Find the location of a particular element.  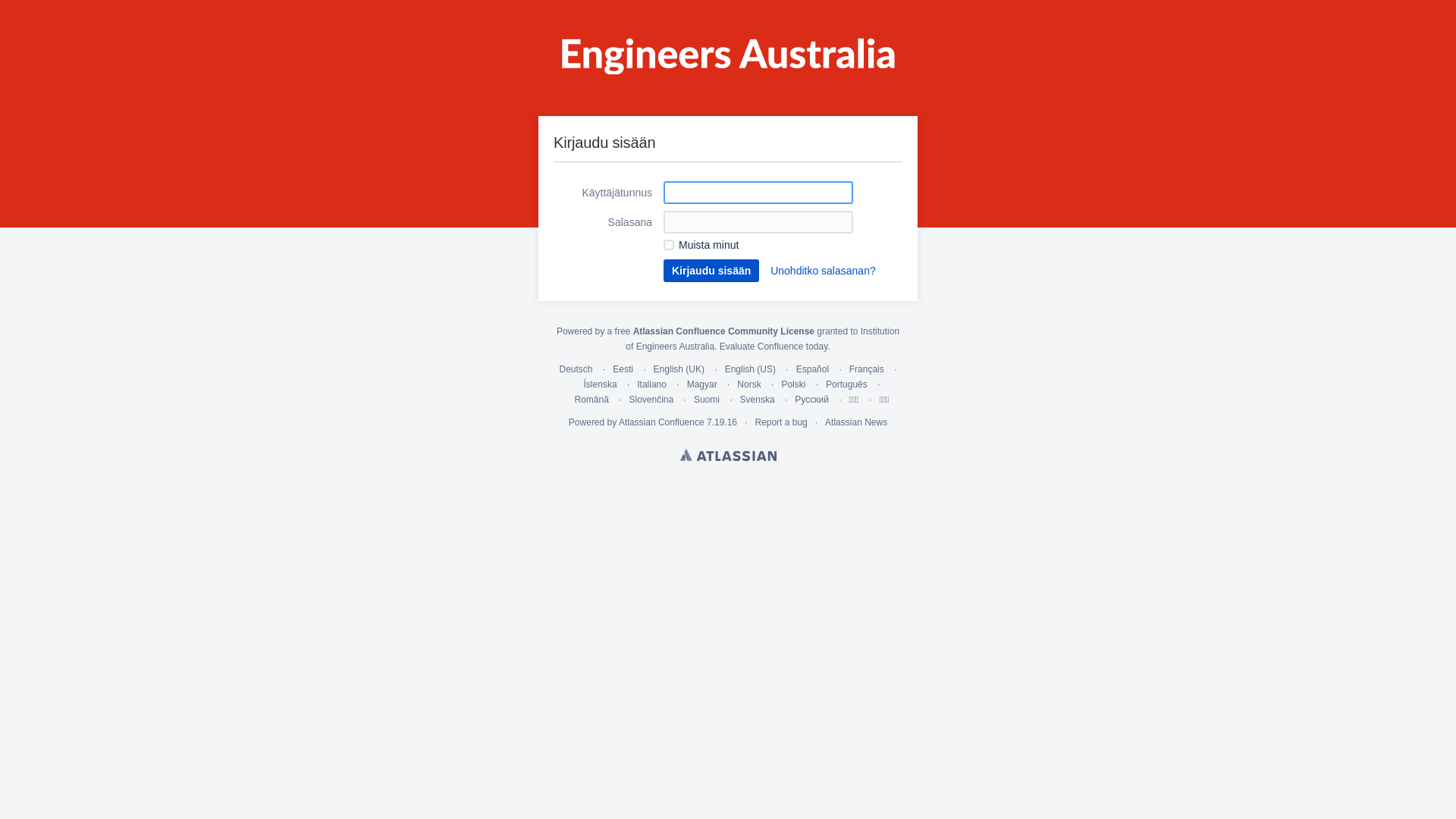

'Polski' is located at coordinates (781, 383).